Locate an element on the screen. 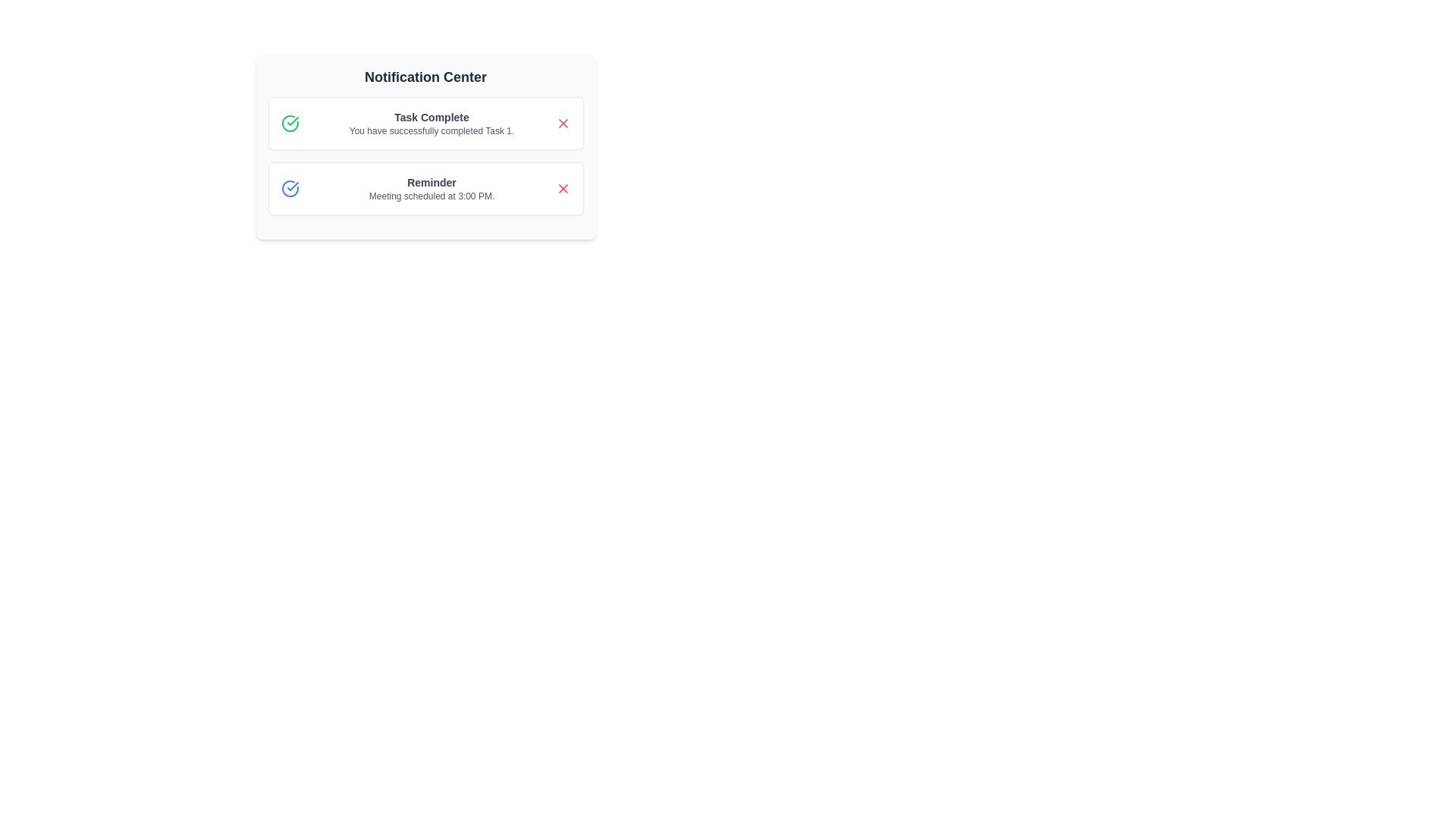  the small red cross-shaped icon in the upper-right corner of the first notification card is located at coordinates (562, 122).